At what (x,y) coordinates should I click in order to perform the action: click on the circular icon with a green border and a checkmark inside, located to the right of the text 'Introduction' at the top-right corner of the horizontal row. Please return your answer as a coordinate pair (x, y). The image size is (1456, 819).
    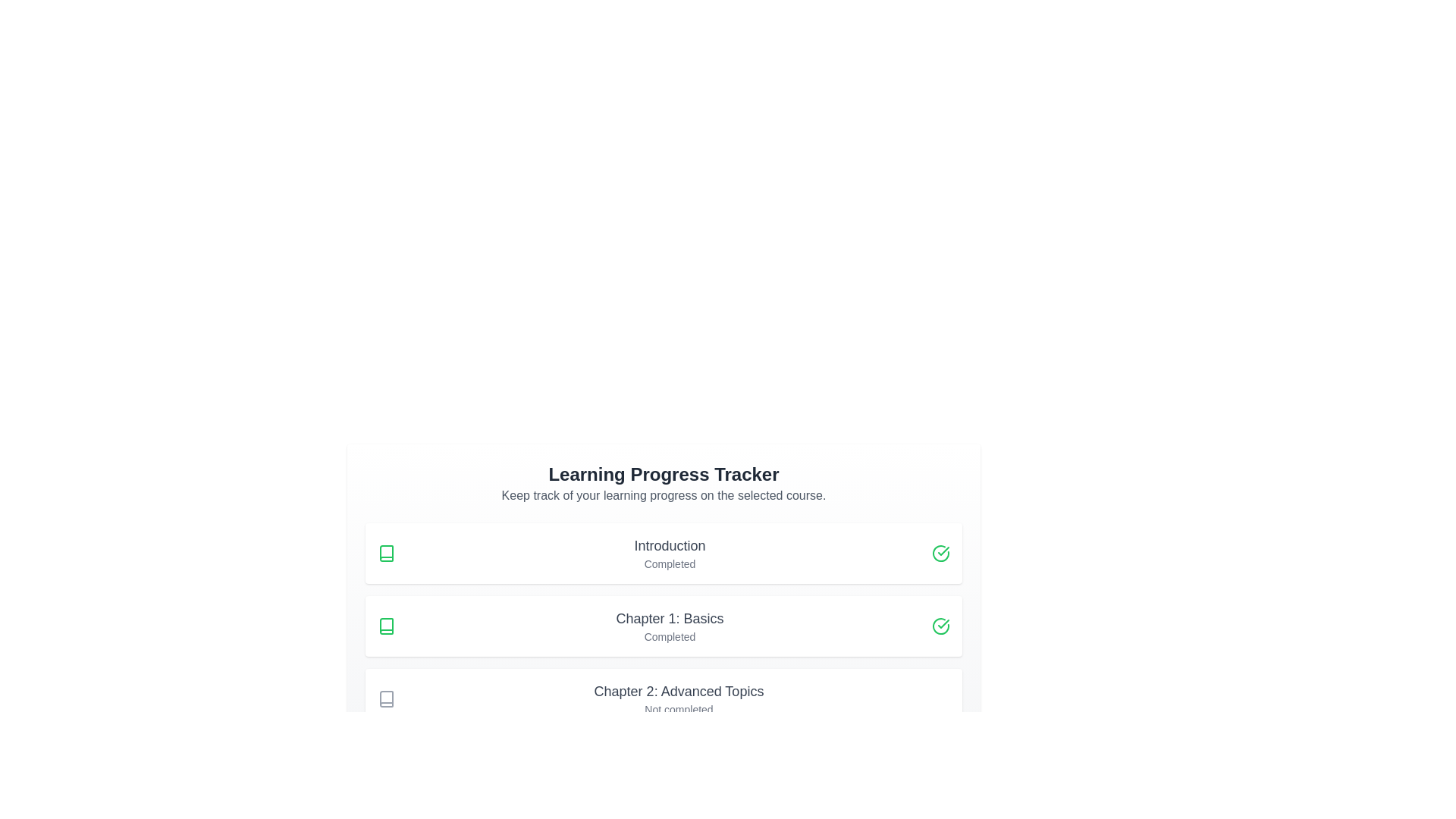
    Looking at the image, I should click on (940, 553).